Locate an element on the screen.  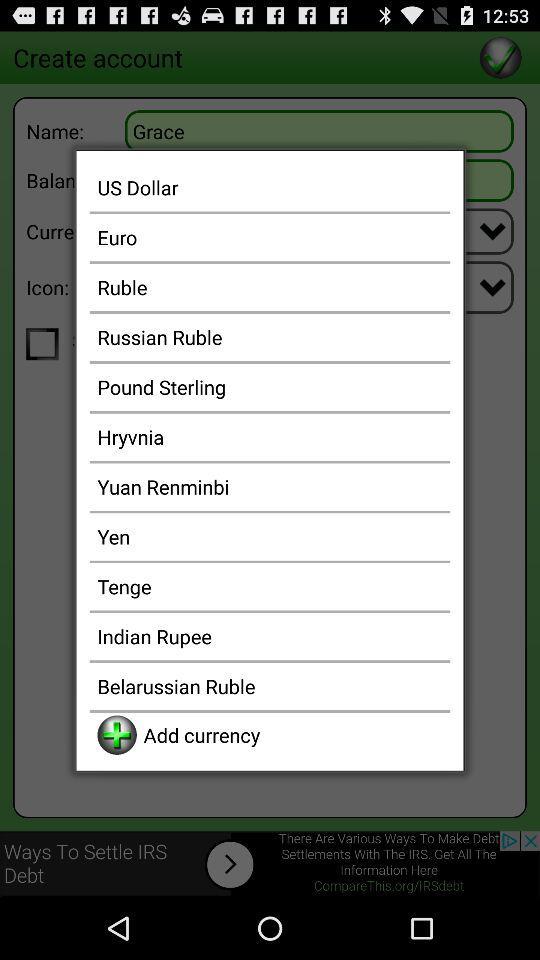
the item at the bottom left corner is located at coordinates (117, 734).